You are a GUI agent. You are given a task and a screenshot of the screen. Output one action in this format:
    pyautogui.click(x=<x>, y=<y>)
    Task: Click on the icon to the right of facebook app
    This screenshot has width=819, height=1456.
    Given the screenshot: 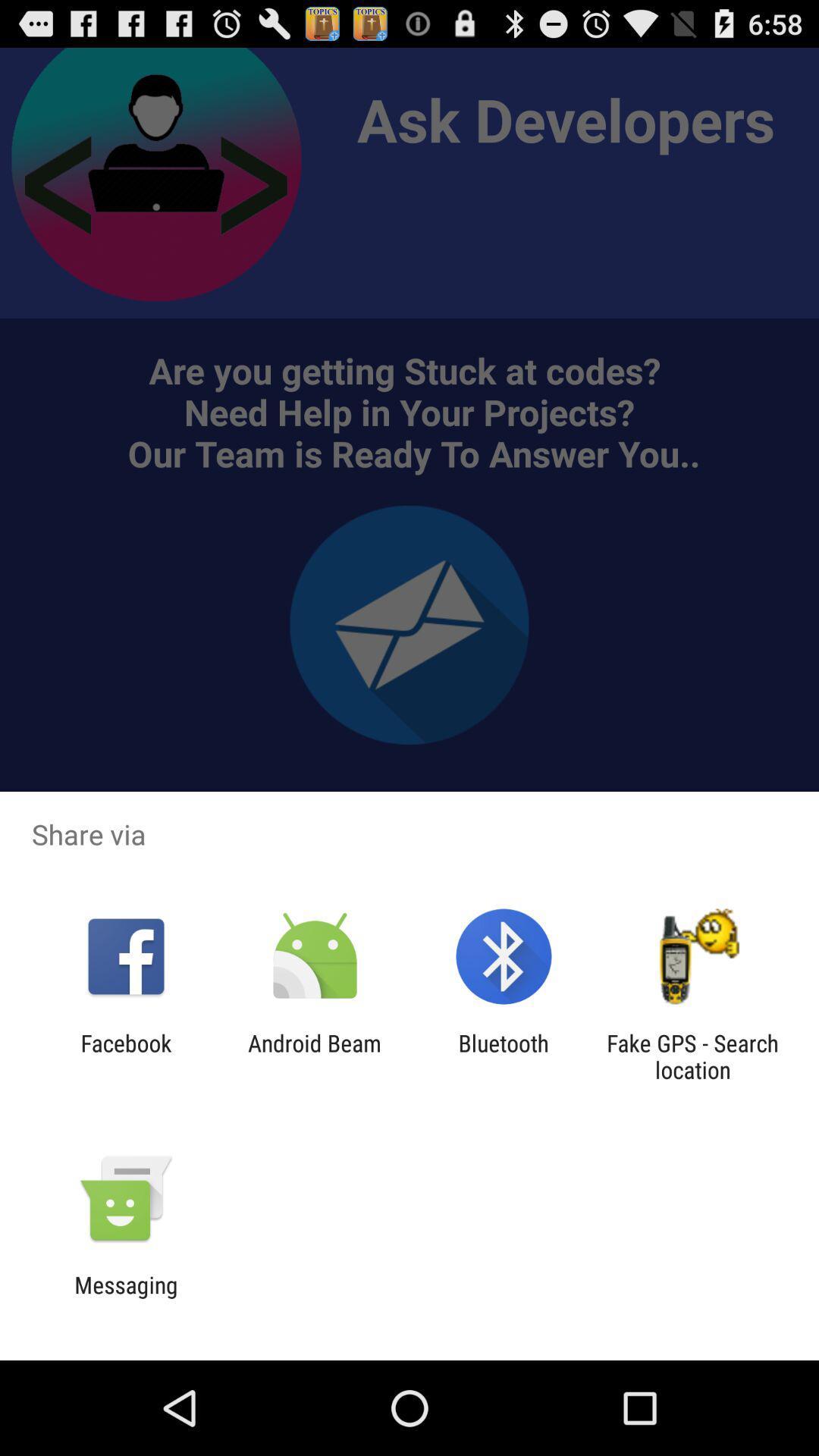 What is the action you would take?
    pyautogui.click(x=314, y=1056)
    